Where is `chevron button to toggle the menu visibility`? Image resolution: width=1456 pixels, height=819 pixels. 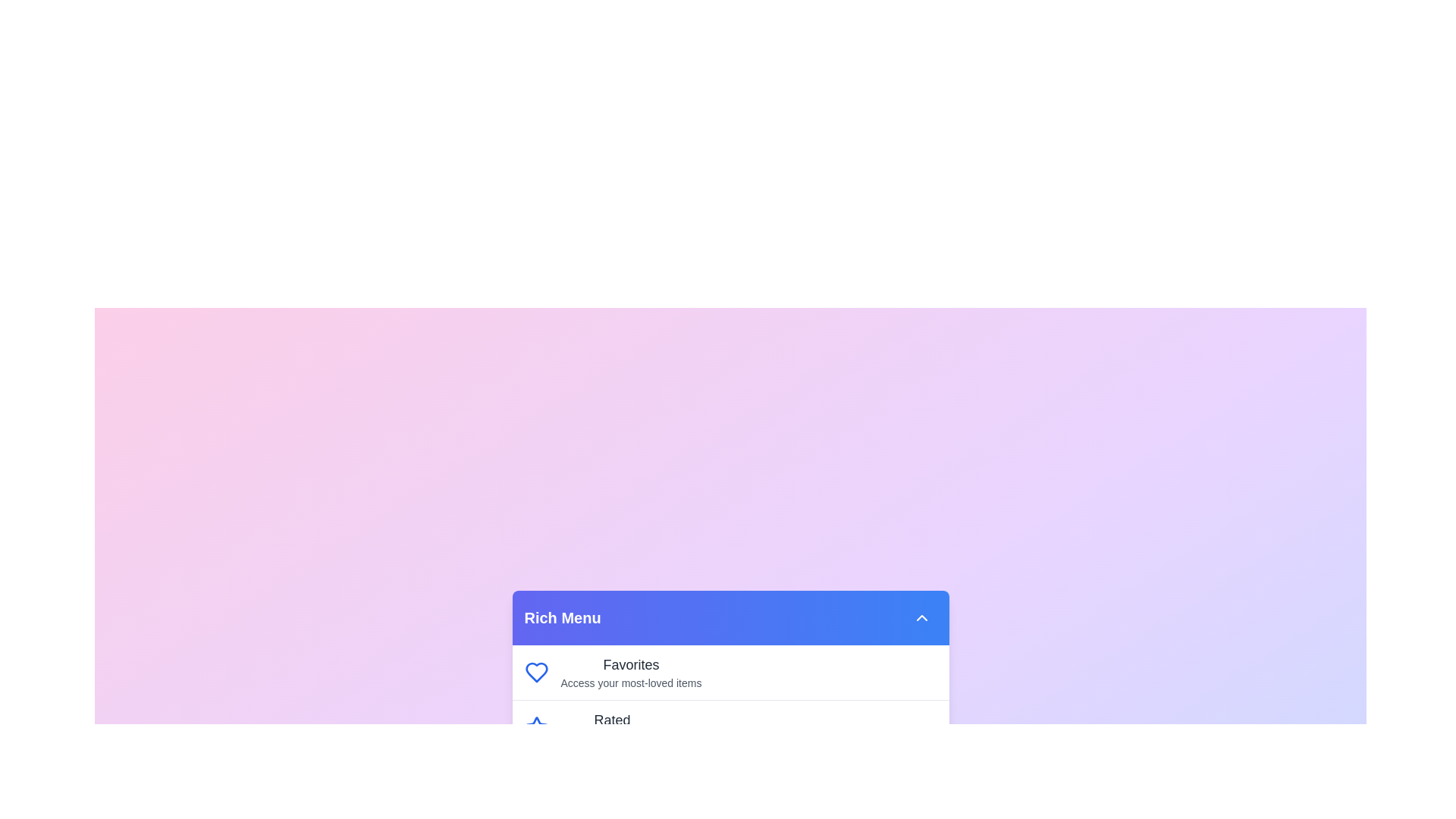
chevron button to toggle the menu visibility is located at coordinates (921, 617).